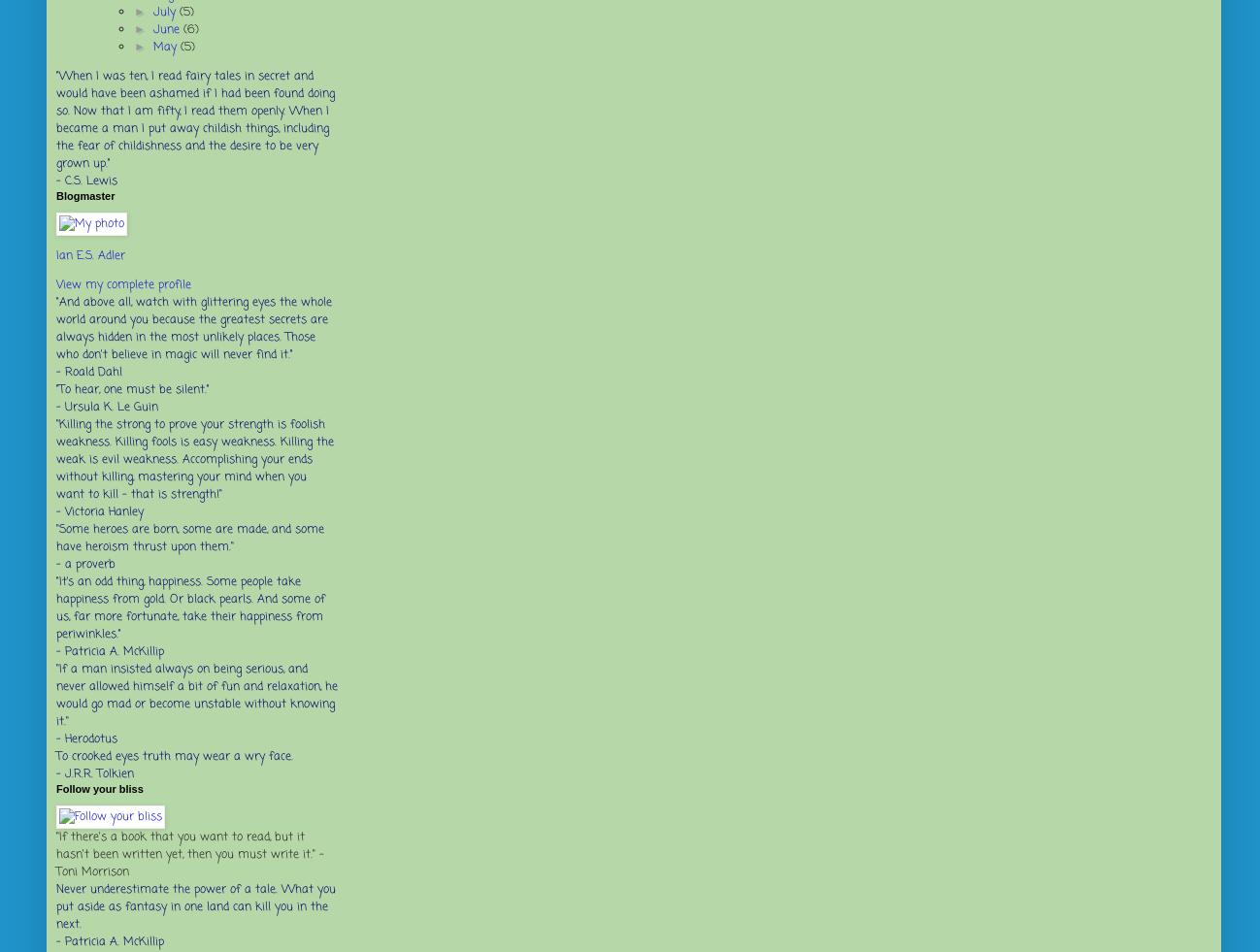  Describe the element at coordinates (64, 371) in the screenshot. I see `'Roald Dahl'` at that location.